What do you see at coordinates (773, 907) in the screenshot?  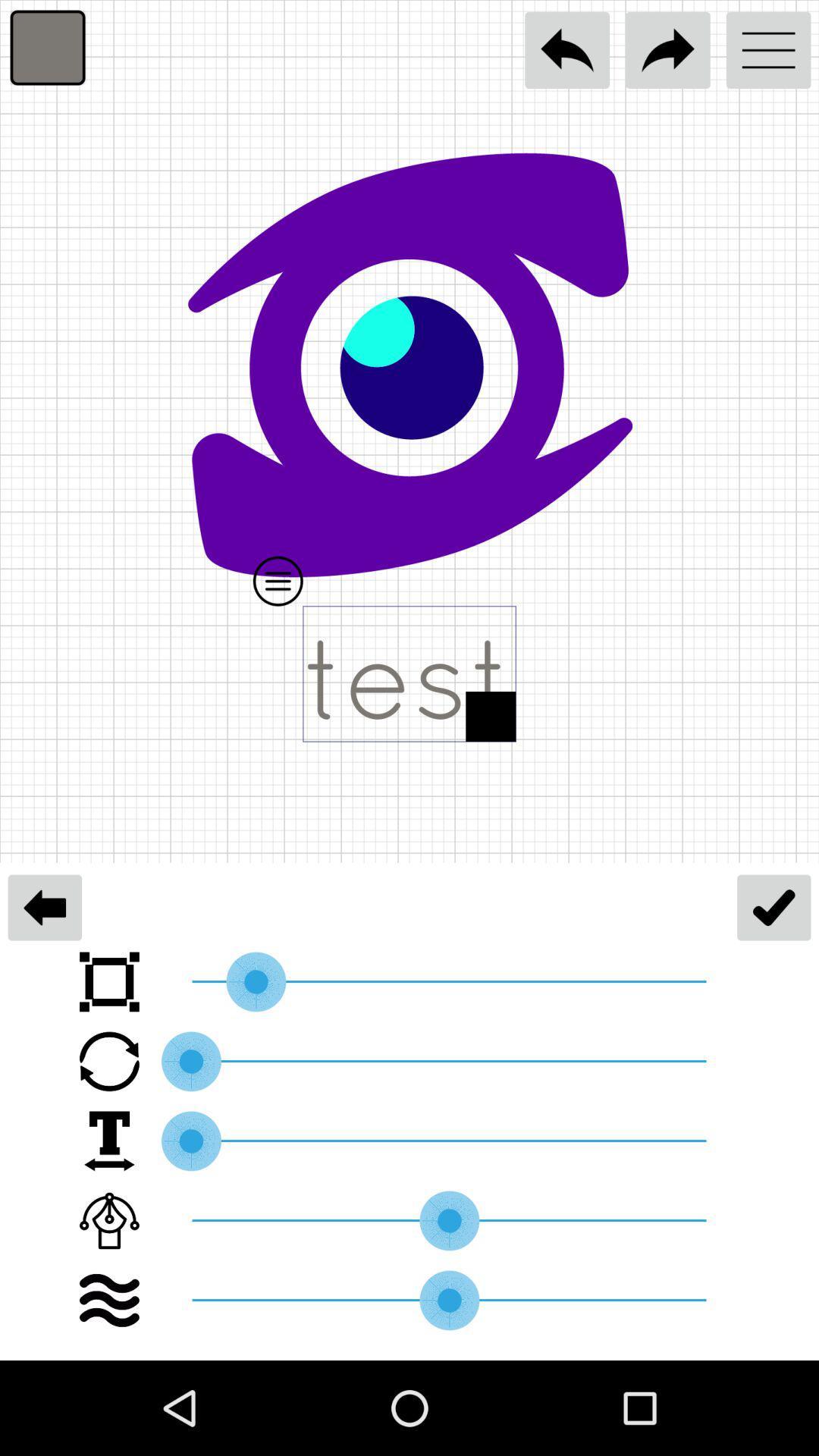 I see `the check icon` at bounding box center [773, 907].